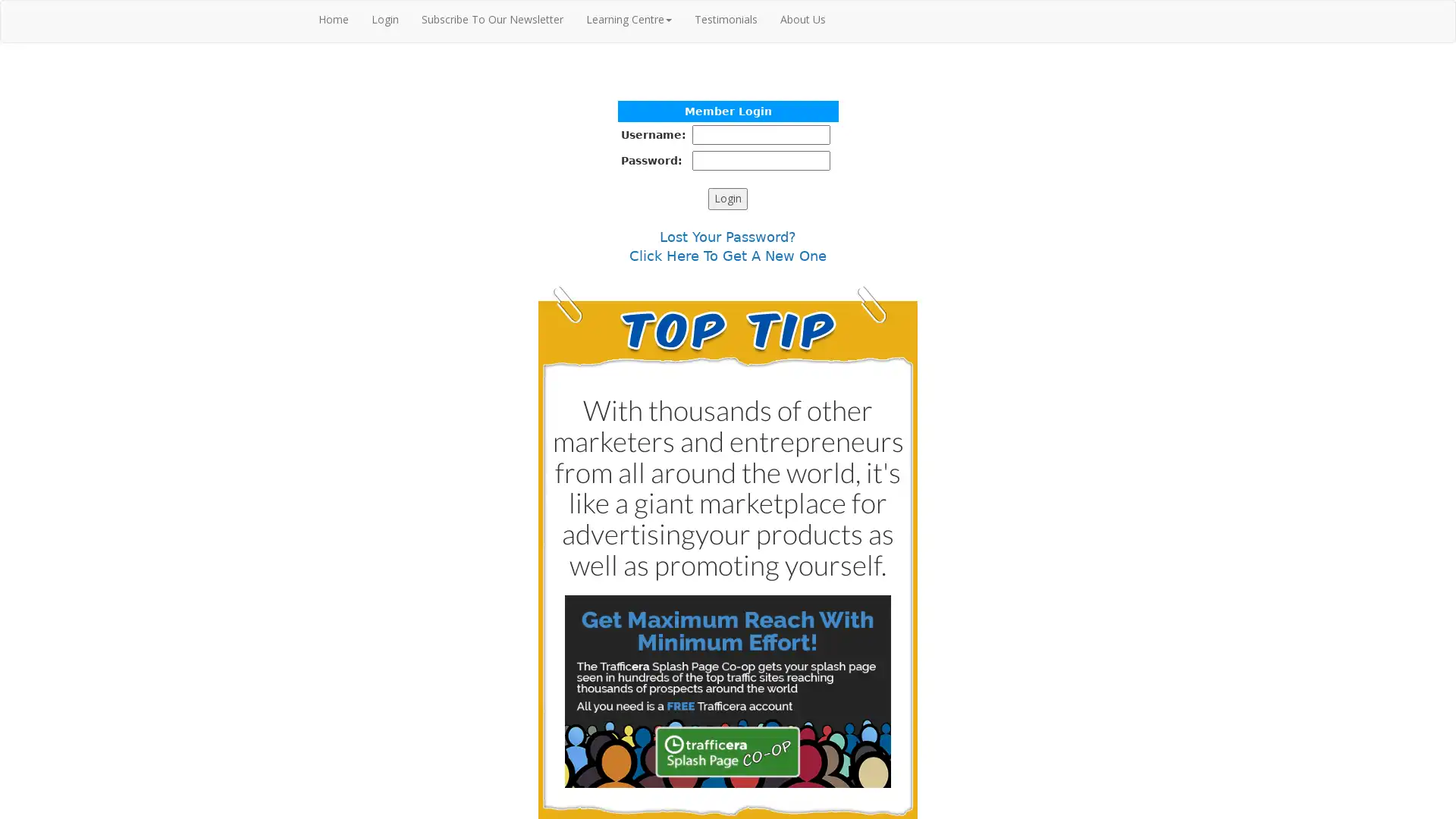  Describe the element at coordinates (728, 198) in the screenshot. I see `Login` at that location.